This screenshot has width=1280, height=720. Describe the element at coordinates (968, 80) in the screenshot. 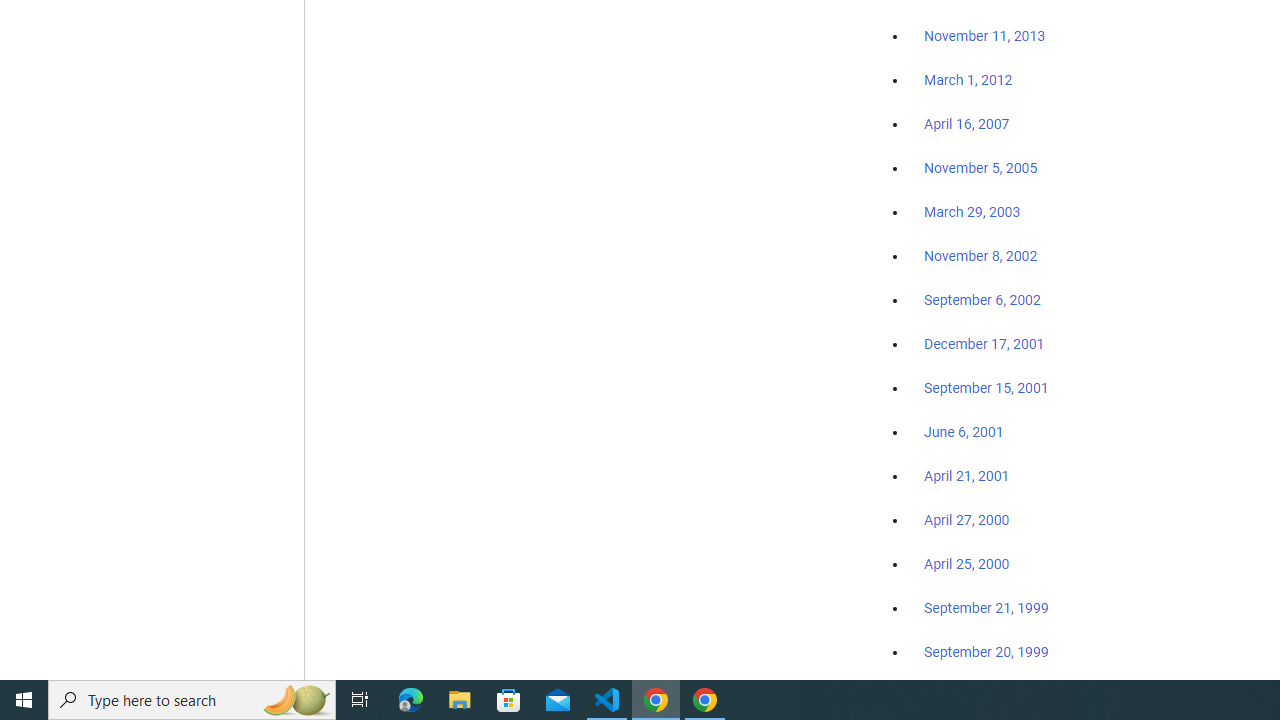

I see `'March 1, 2012'` at that location.